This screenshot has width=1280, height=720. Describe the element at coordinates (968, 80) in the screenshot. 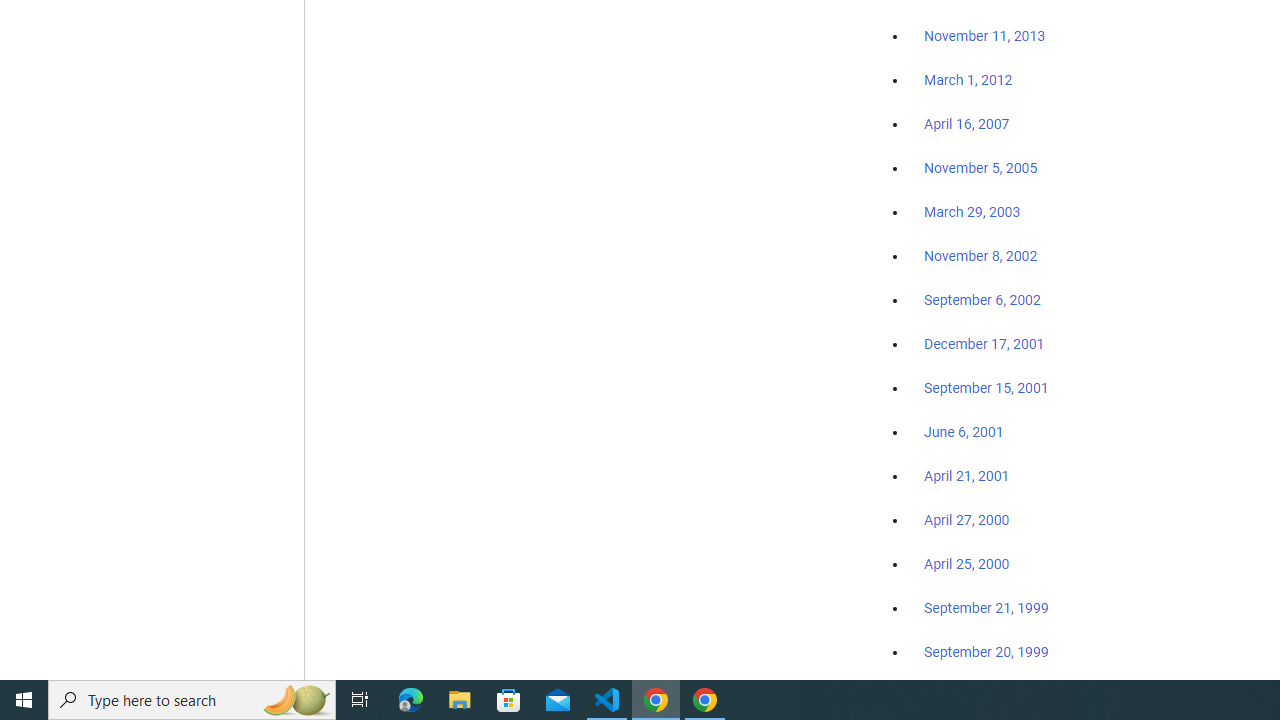

I see `'March 1, 2012'` at that location.